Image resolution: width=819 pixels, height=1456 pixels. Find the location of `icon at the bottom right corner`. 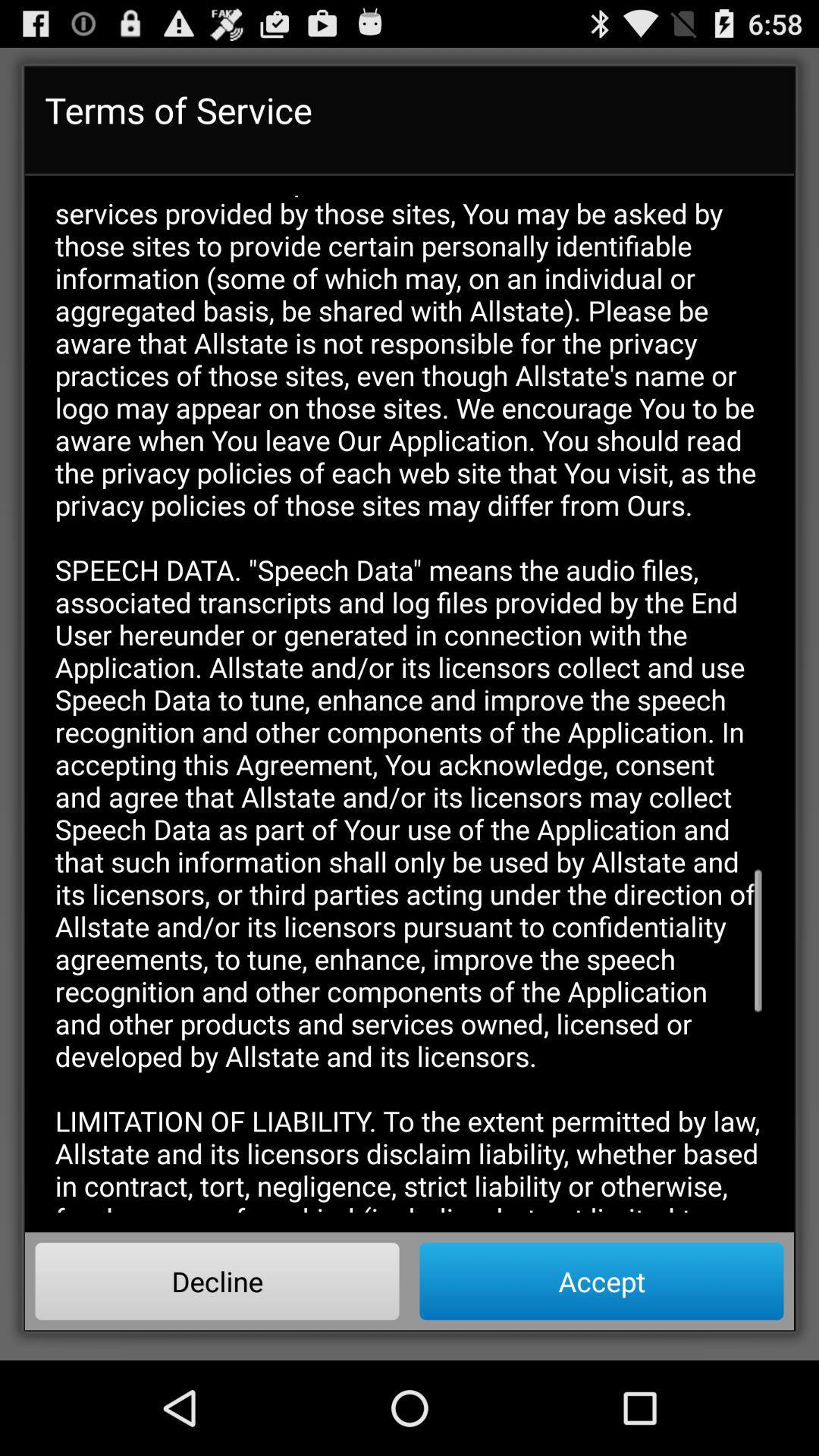

icon at the bottom right corner is located at coordinates (601, 1280).